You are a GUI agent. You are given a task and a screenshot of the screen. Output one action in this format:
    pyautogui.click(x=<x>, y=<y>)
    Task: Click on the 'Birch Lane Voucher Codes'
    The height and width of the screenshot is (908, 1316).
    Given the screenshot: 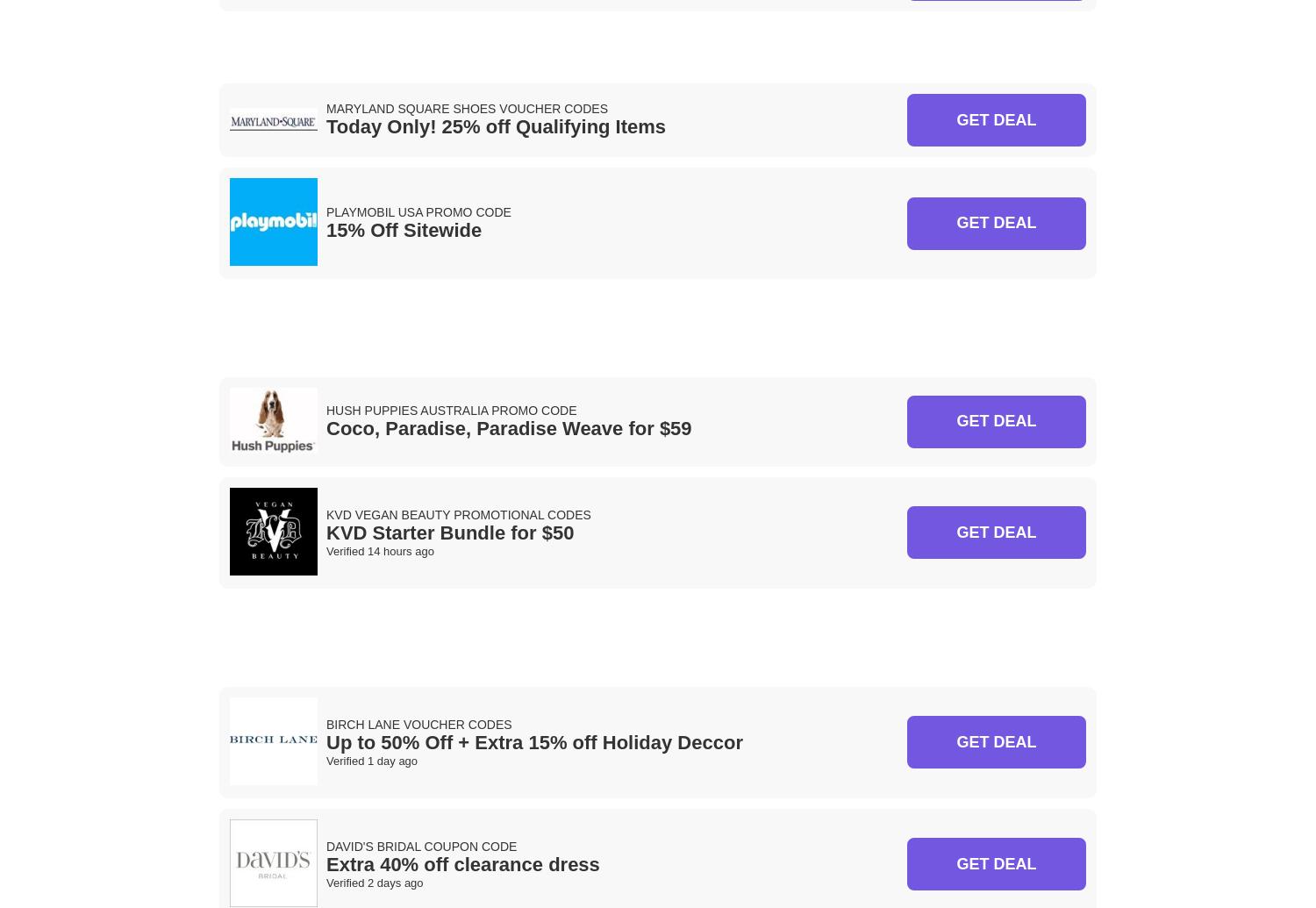 What is the action you would take?
    pyautogui.click(x=418, y=722)
    